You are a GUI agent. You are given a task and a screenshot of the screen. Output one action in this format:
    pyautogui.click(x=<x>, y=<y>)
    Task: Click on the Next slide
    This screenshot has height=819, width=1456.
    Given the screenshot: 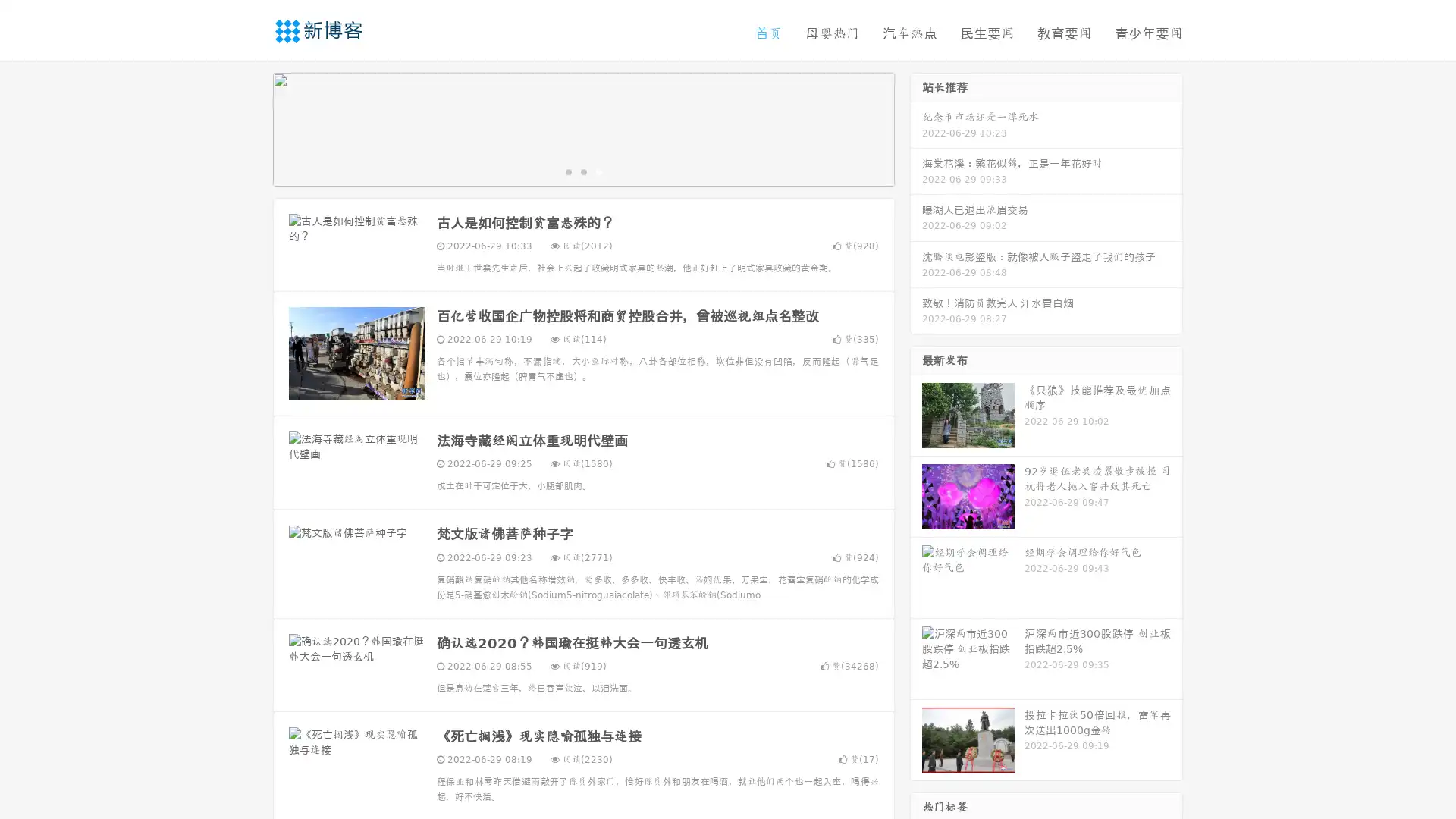 What is the action you would take?
    pyautogui.click(x=916, y=127)
    